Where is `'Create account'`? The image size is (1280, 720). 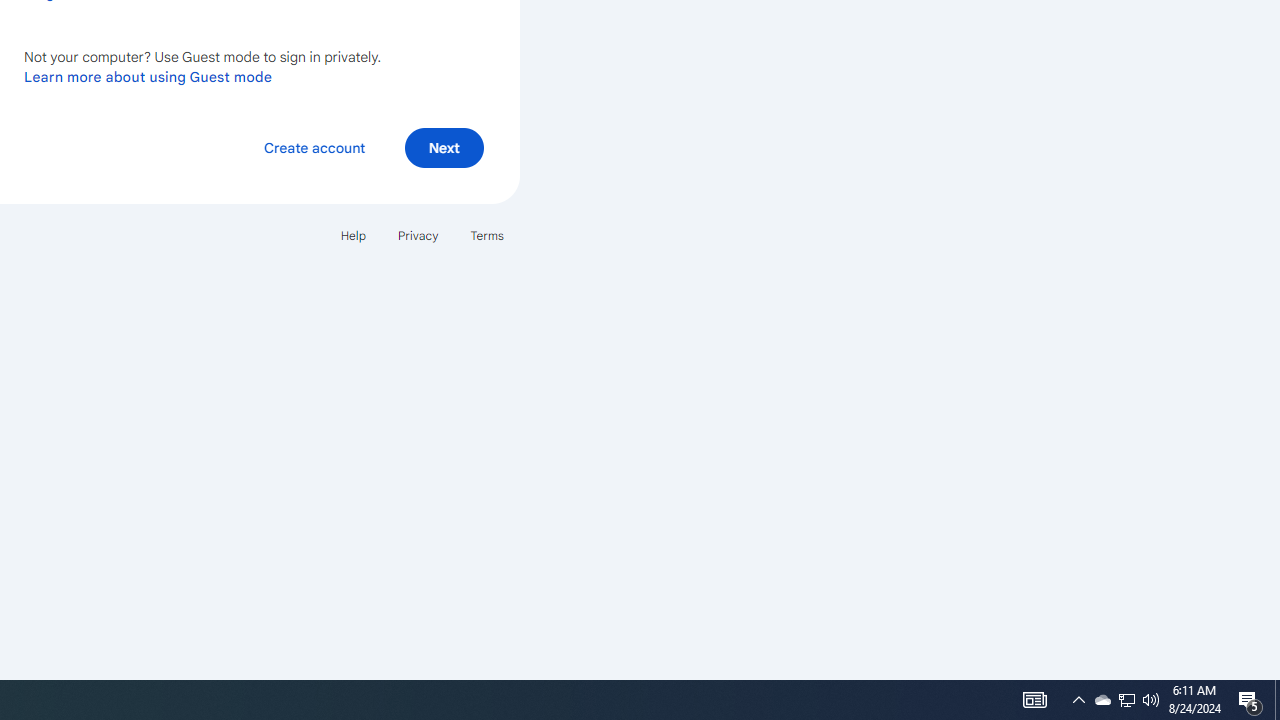 'Create account' is located at coordinates (313, 146).